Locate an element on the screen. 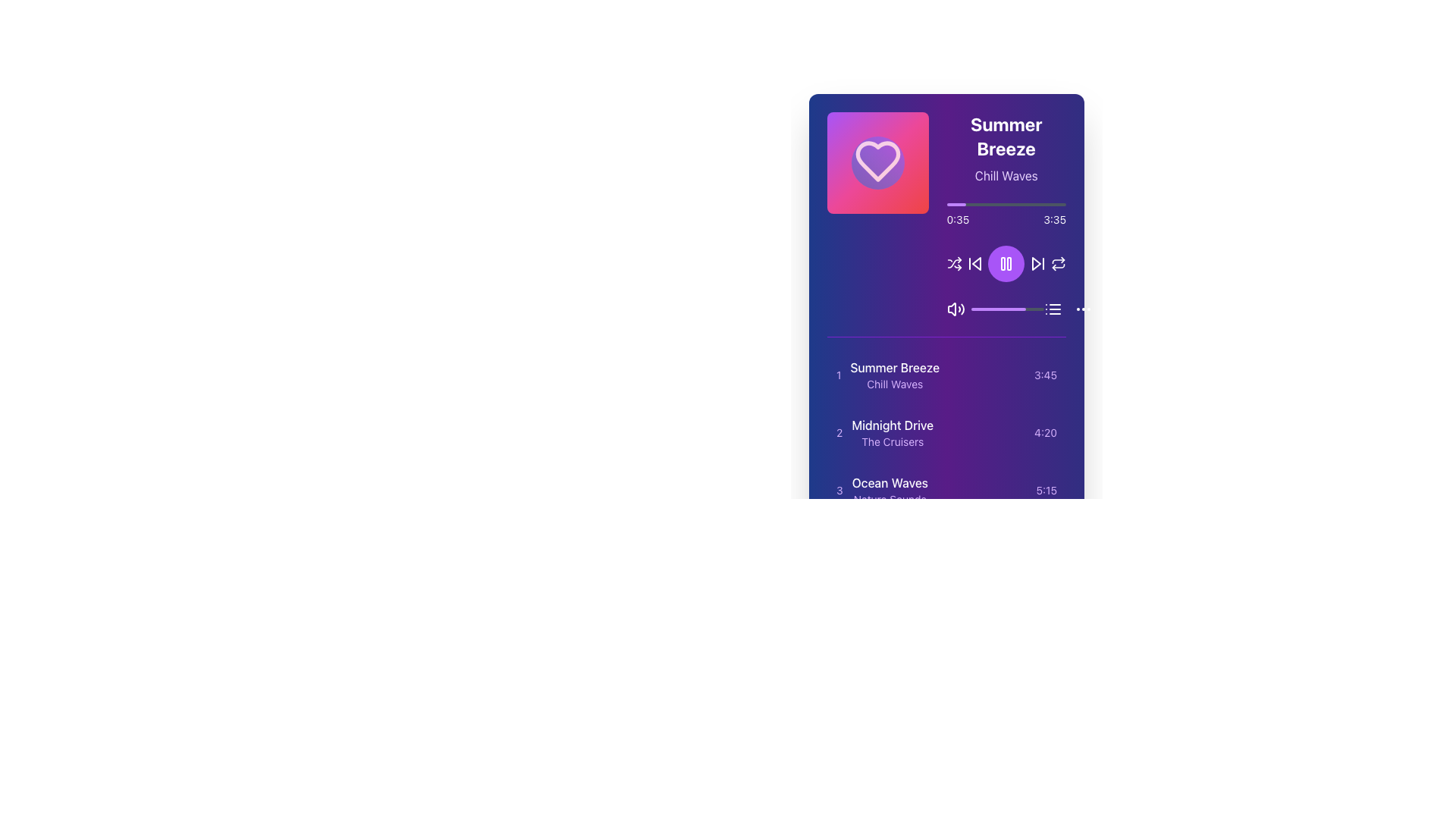 The width and height of the screenshot is (1456, 819). the text label displaying the duration of the track titled 'Ocean Waves', located in the third row of the audio track list, on the far right side is located at coordinates (1046, 491).